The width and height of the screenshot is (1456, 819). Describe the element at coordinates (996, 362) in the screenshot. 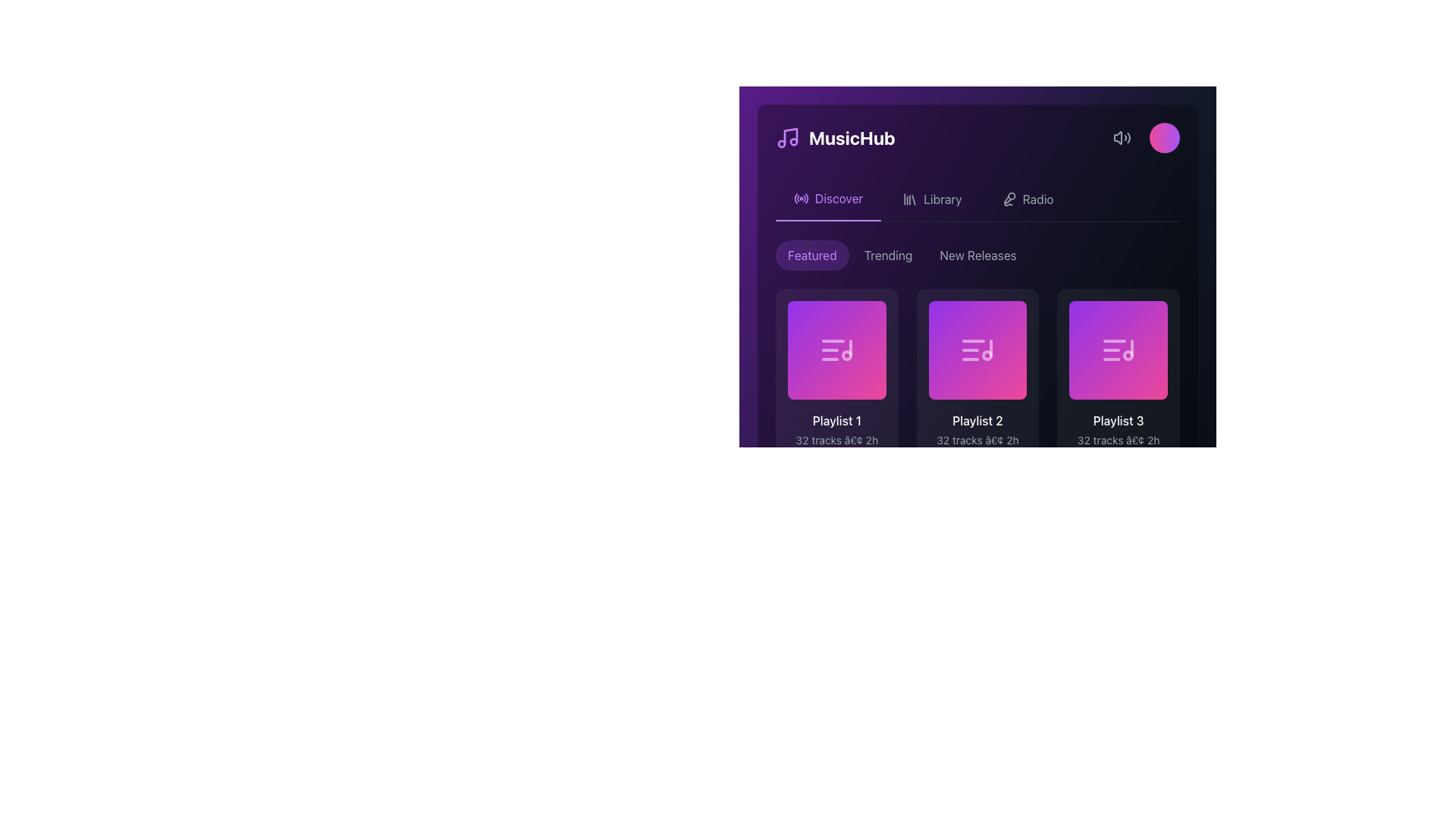

I see `the decorative SVG circle within the 'Playlist 2' card, which is part of the graphic associated with that card` at that location.